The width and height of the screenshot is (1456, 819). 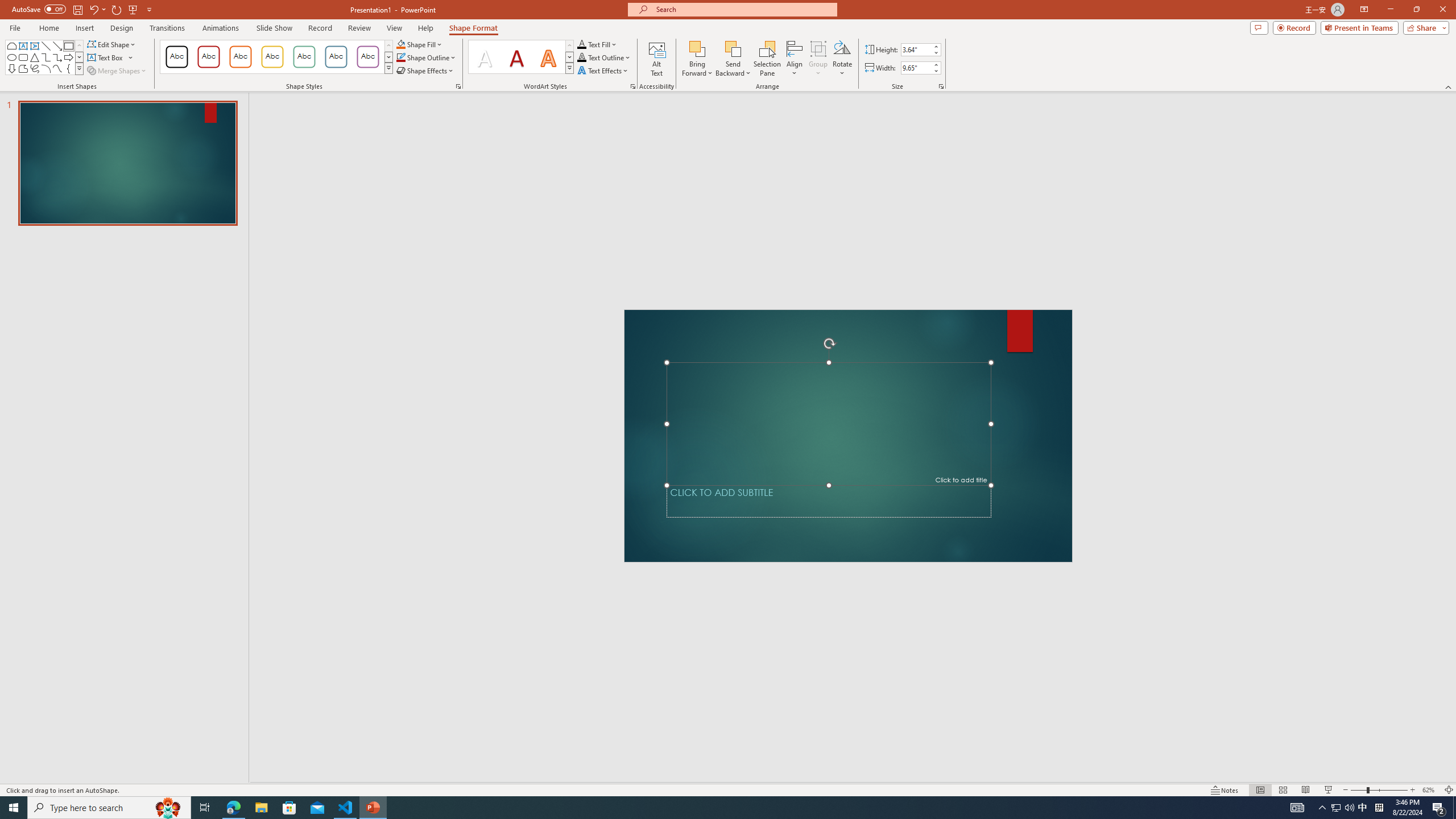 I want to click on 'Text Outline RGB(0, 0, 0)', so click(x=581, y=56).